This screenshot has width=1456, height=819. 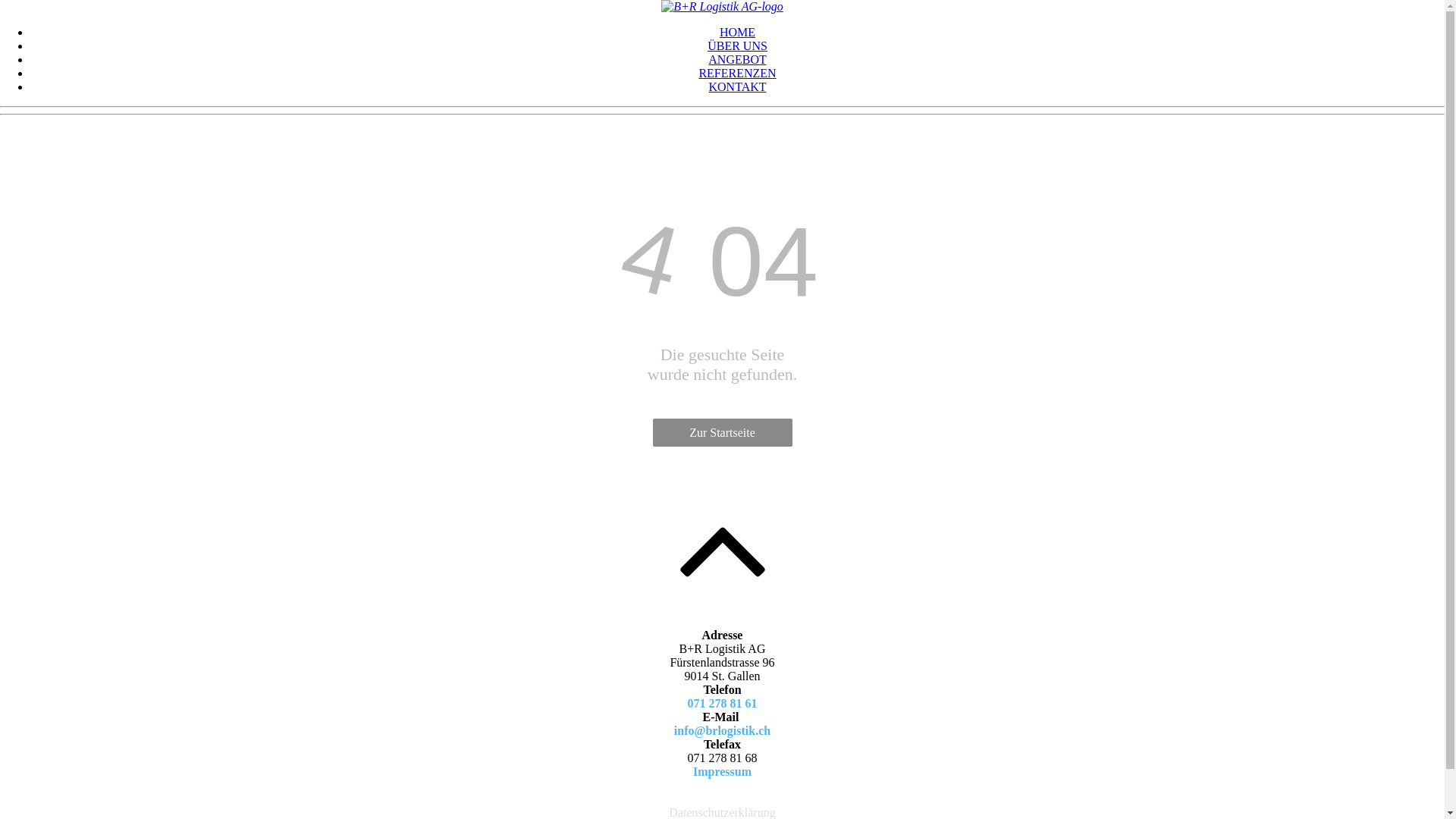 What do you see at coordinates (737, 32) in the screenshot?
I see `'HOME'` at bounding box center [737, 32].